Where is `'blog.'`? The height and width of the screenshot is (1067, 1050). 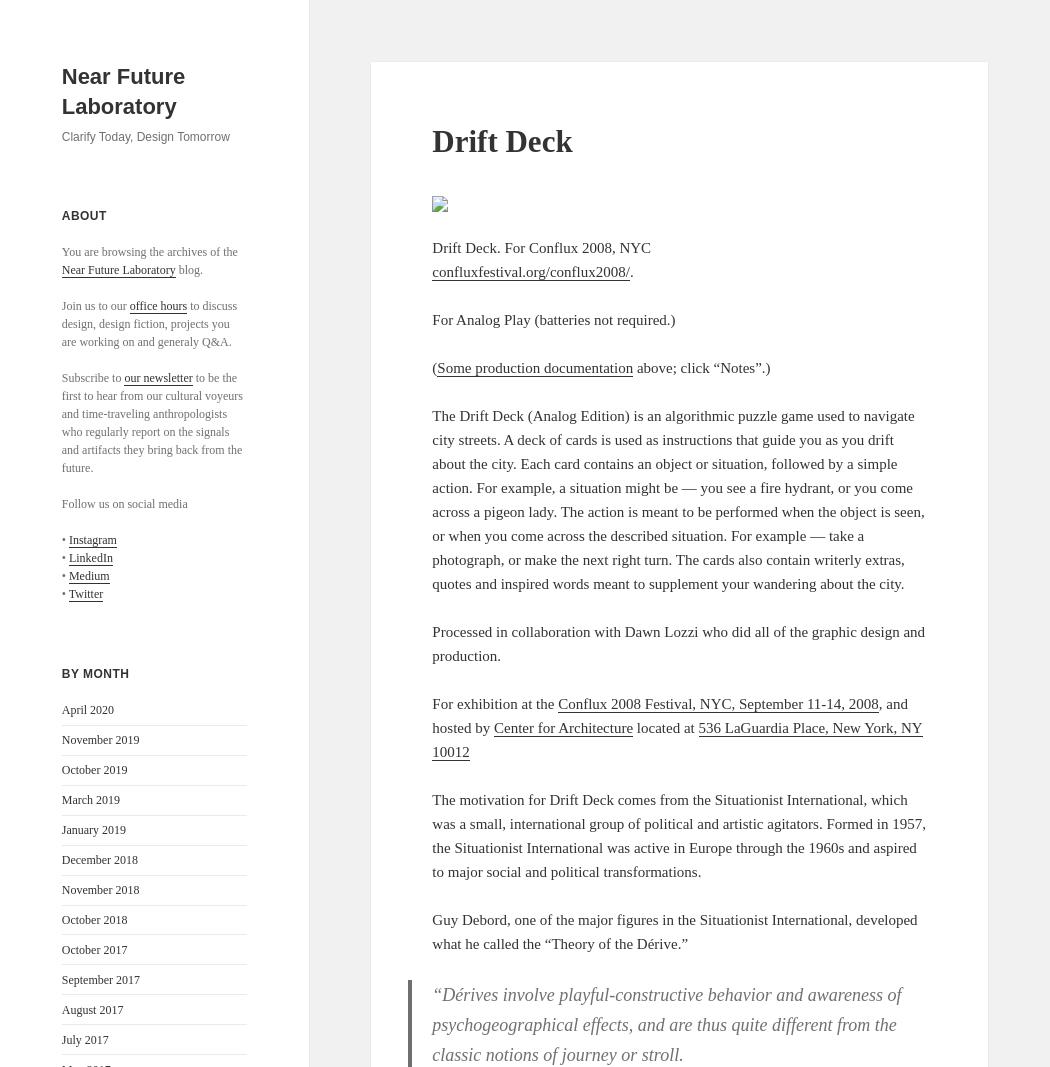 'blog.' is located at coordinates (188, 269).